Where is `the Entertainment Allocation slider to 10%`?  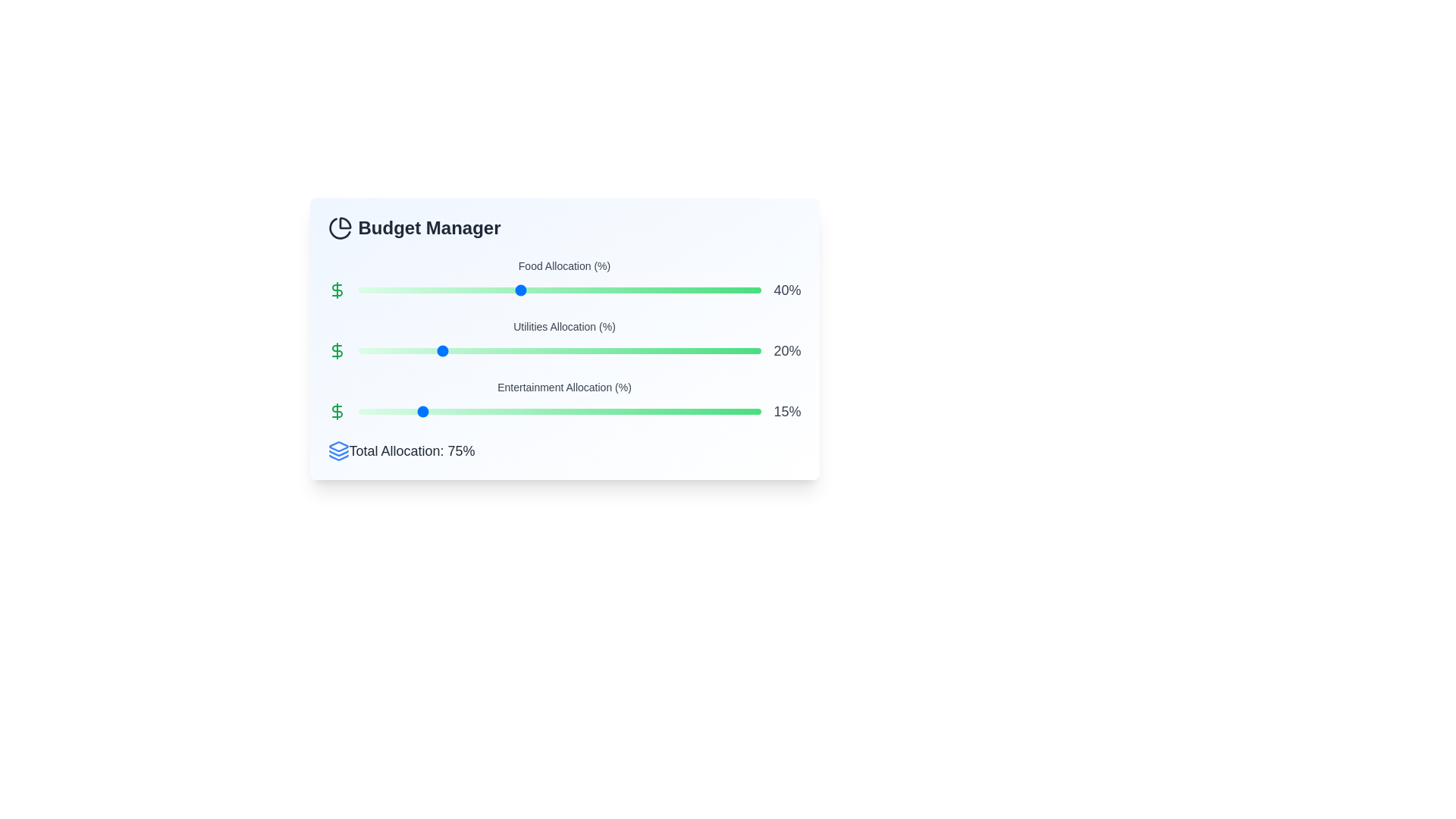
the Entertainment Allocation slider to 10% is located at coordinates (398, 412).